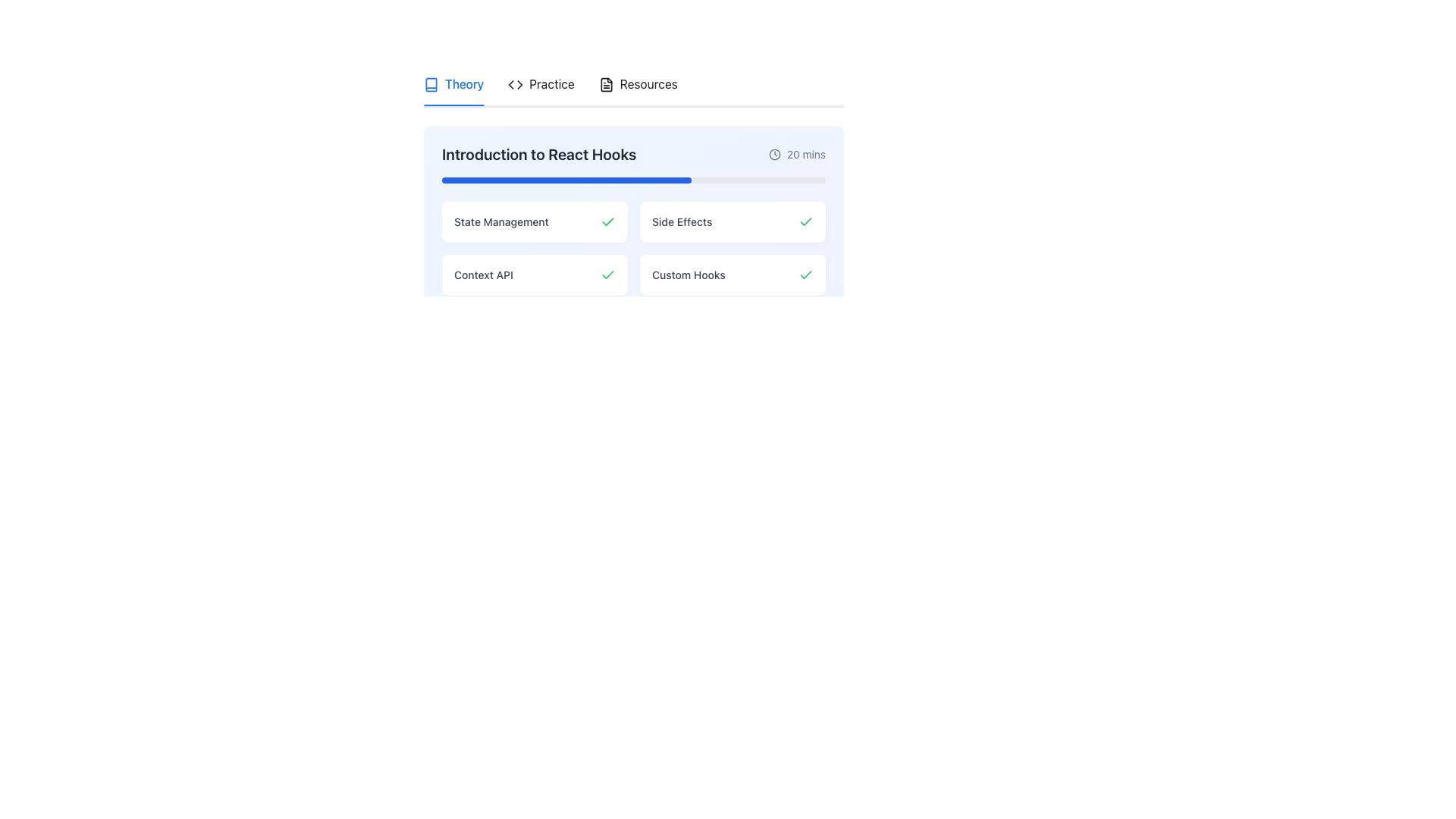 The width and height of the screenshot is (1456, 819). Describe the element at coordinates (605, 84) in the screenshot. I see `the document icon in the 'Resources' tab` at that location.